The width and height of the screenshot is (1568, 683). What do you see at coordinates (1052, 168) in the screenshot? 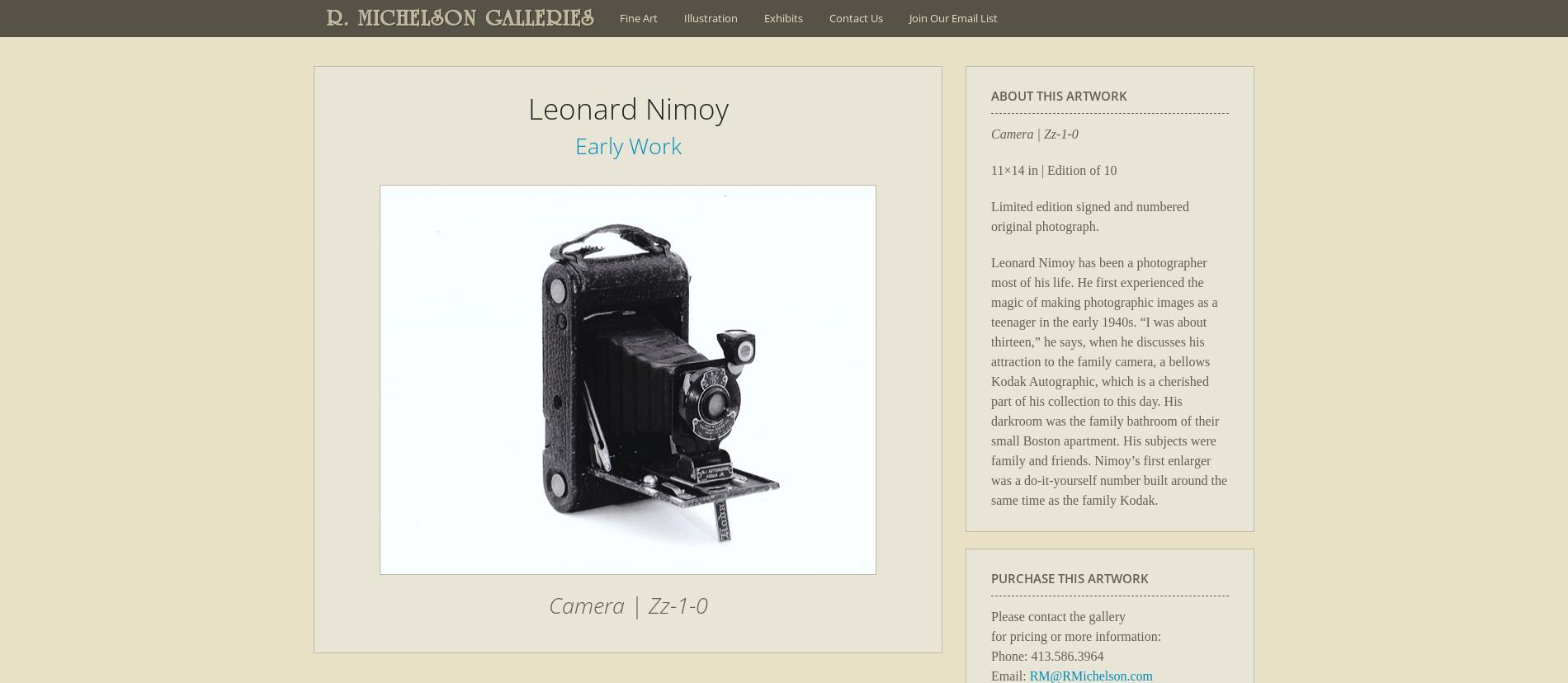
I see `'11×14 in | Edition of 10'` at bounding box center [1052, 168].